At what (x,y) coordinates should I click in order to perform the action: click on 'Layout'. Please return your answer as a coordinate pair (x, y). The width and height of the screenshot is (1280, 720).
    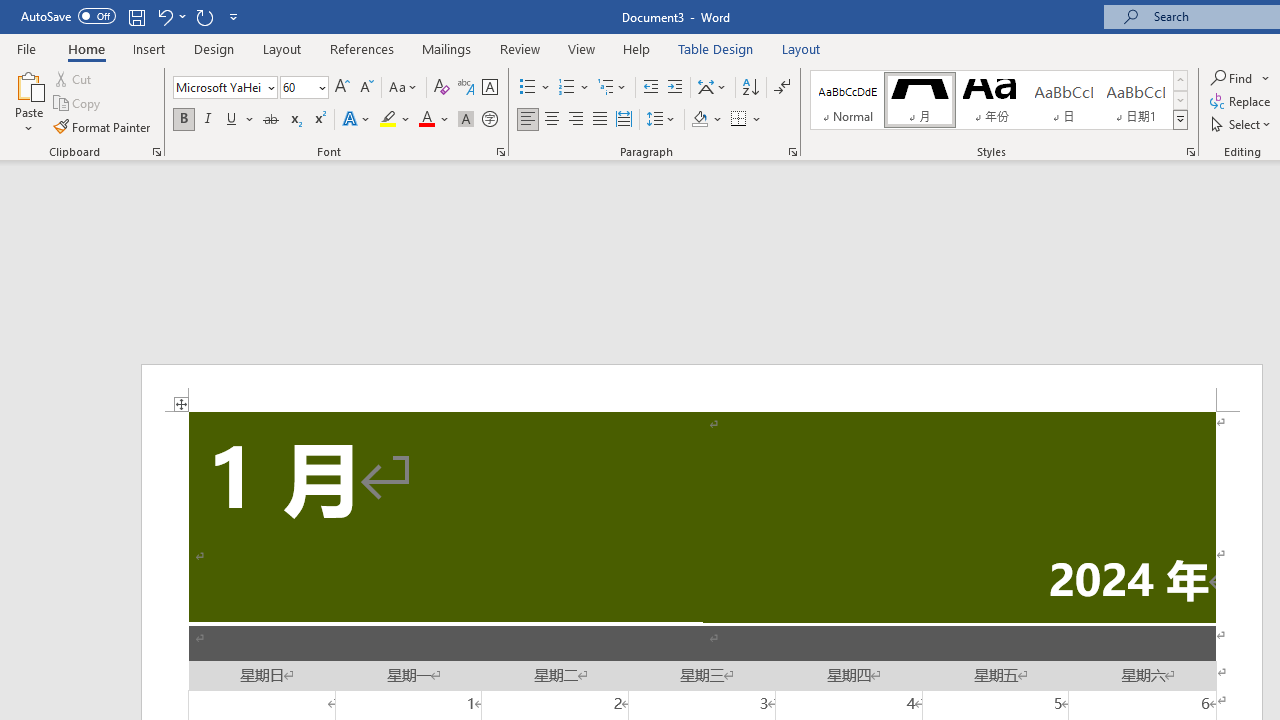
    Looking at the image, I should click on (801, 48).